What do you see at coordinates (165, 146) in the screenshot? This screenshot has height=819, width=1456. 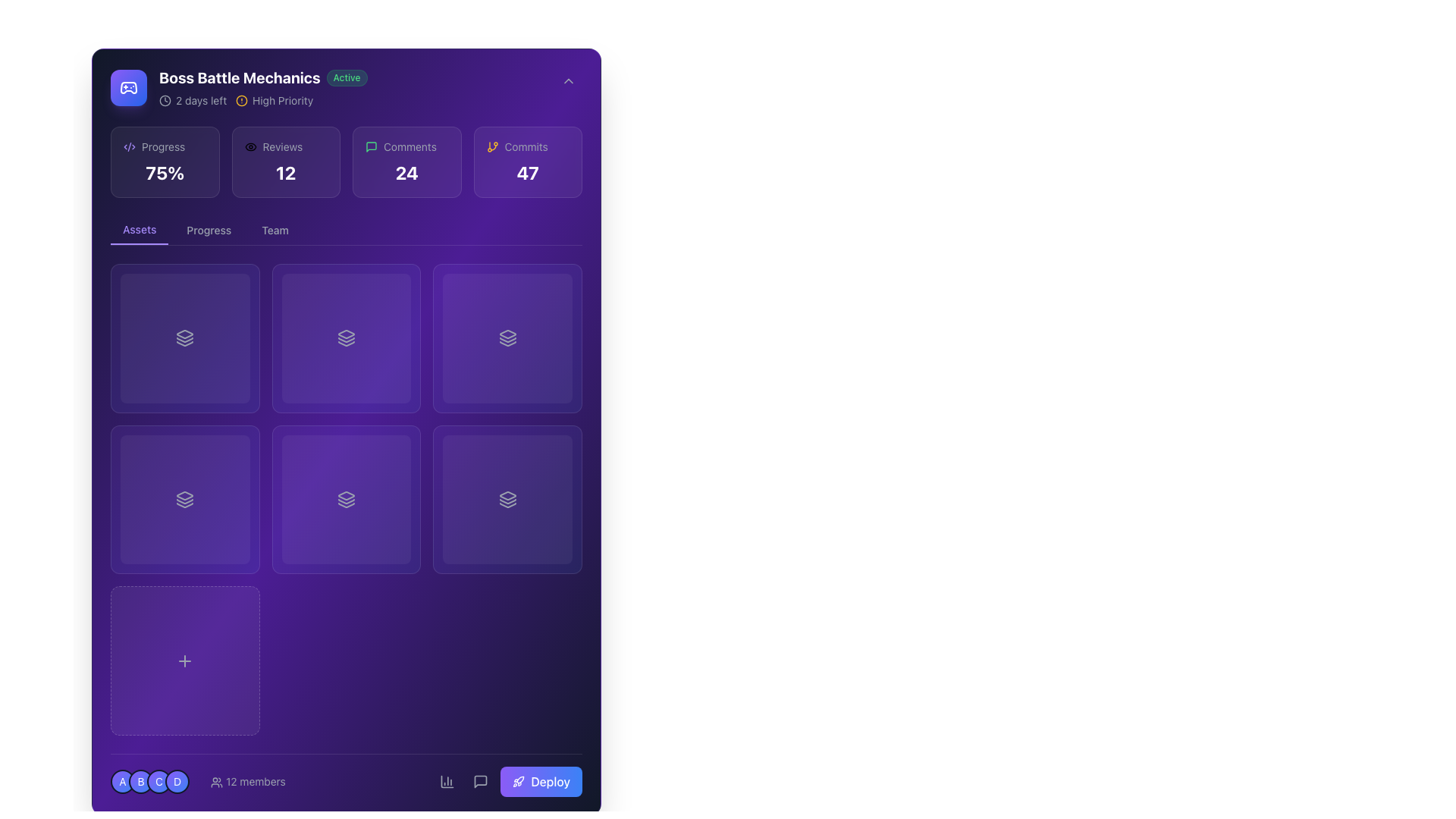 I see `the descriptive title text label located in the header of the first card in the grid of status elements, positioned to the left of the bold '75%' text` at bounding box center [165, 146].